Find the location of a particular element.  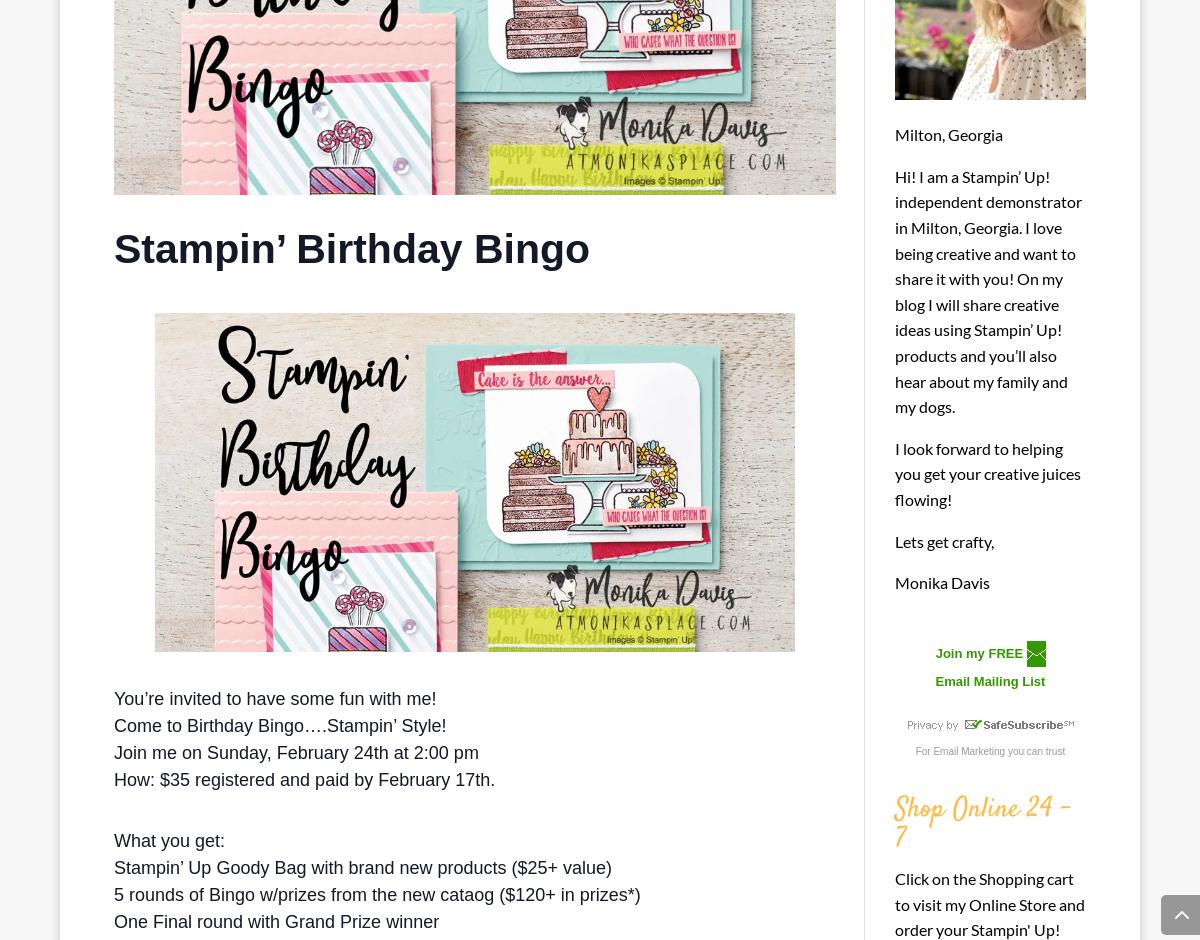

'You’re invited to have some fun with me!' is located at coordinates (274, 697).